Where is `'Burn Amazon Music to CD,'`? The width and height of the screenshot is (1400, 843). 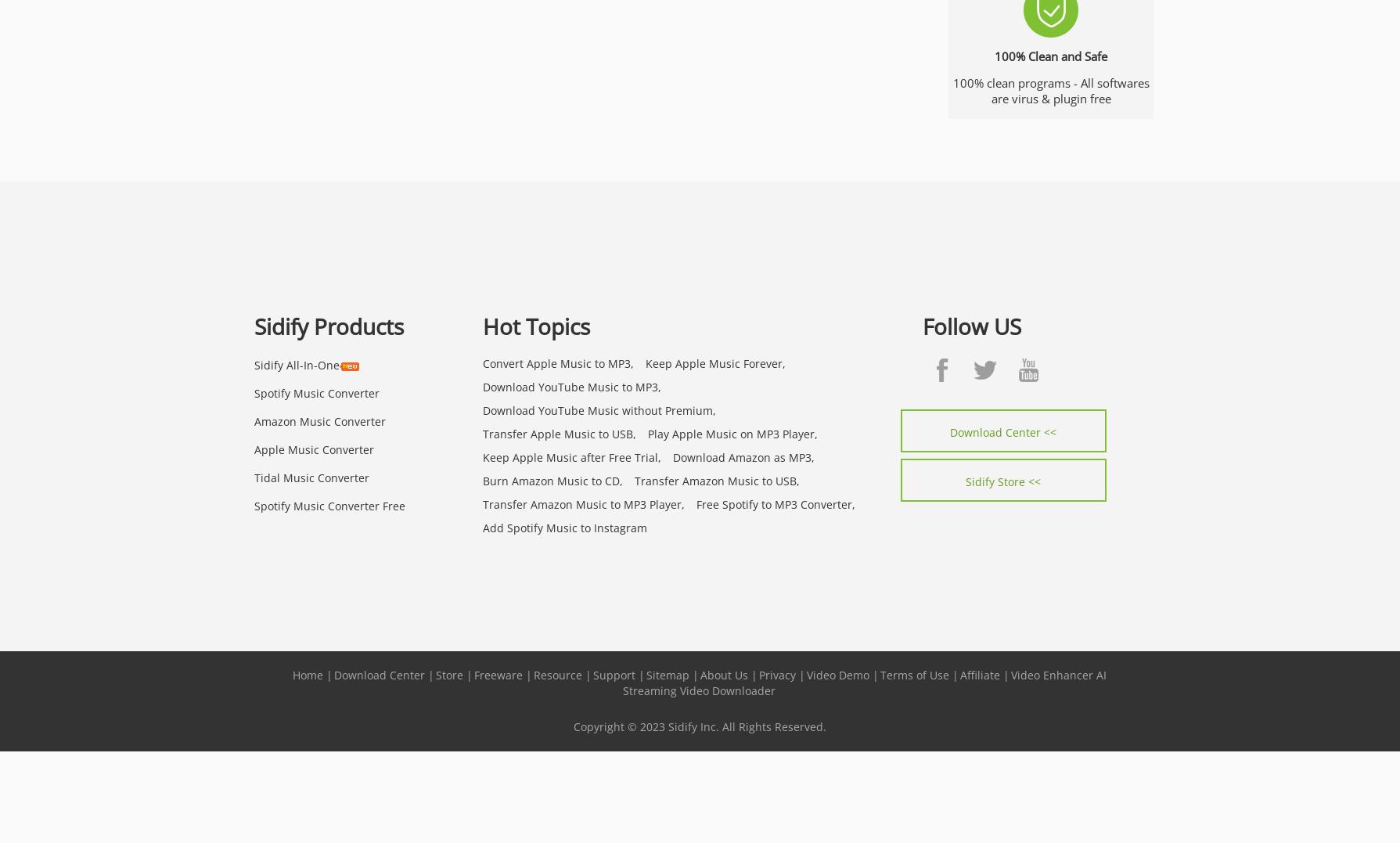
'Burn Amazon Music to CD,' is located at coordinates (483, 480).